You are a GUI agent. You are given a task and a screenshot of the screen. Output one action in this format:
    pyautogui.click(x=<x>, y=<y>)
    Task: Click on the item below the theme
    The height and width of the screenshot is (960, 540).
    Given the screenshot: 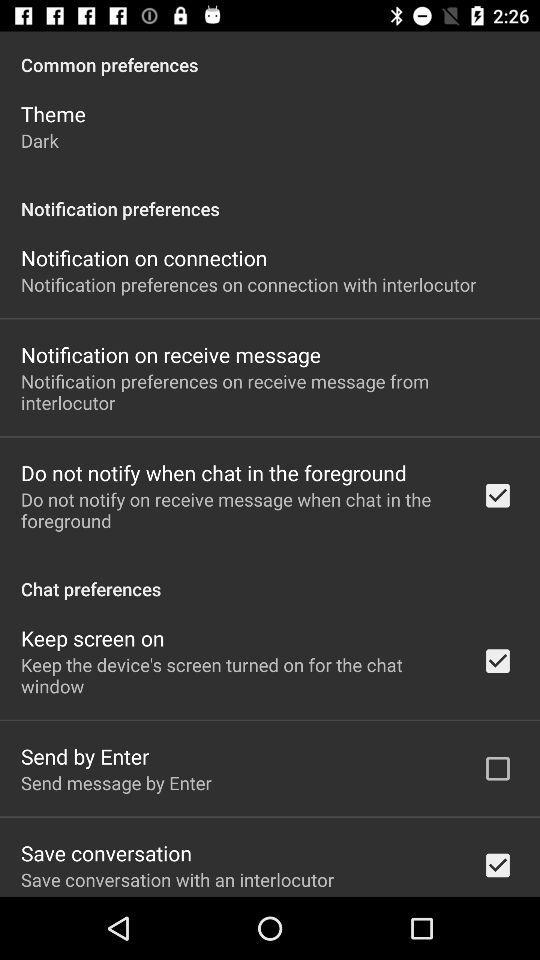 What is the action you would take?
    pyautogui.click(x=39, y=139)
    